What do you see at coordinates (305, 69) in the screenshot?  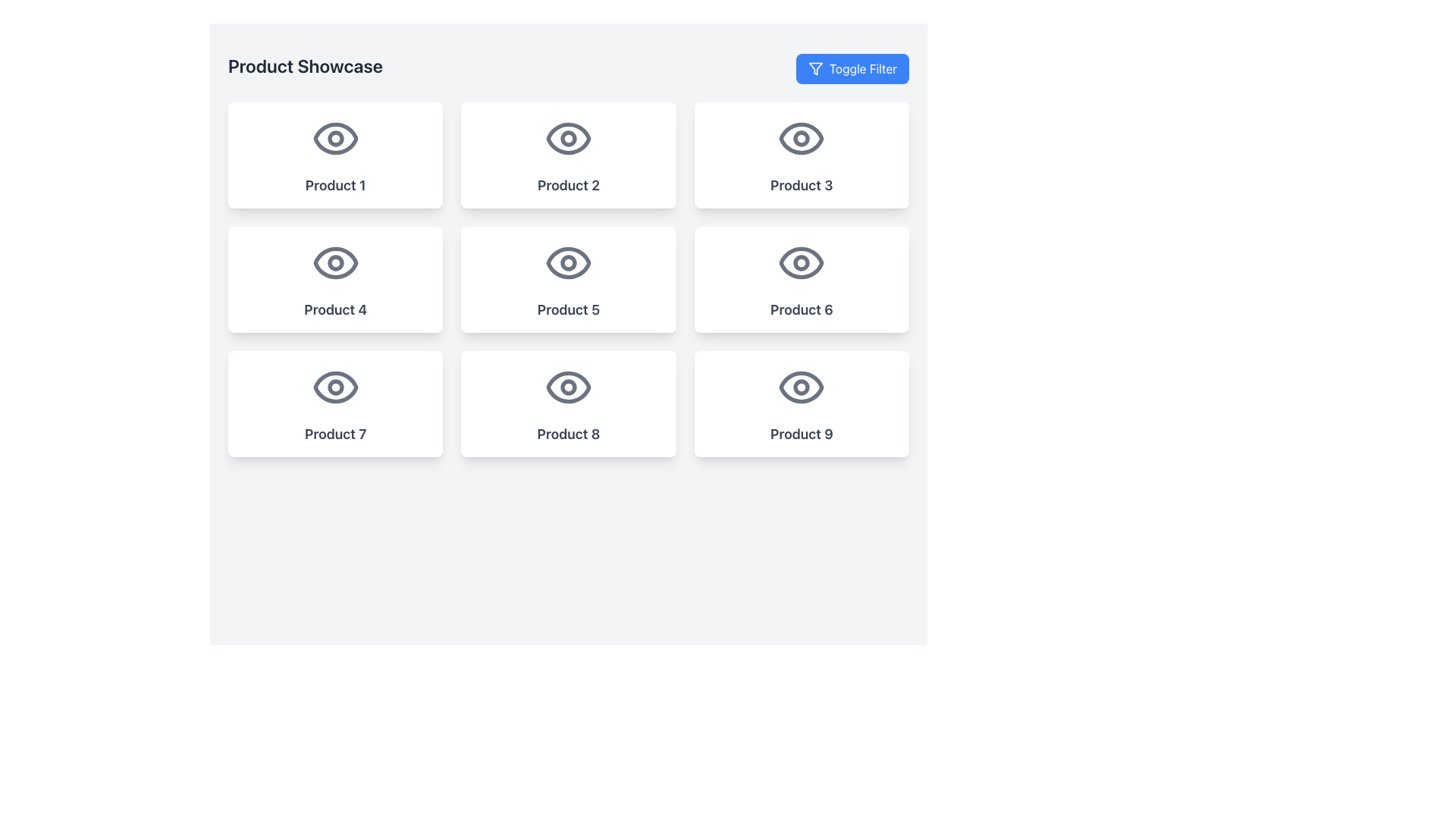 I see `the header text 'Product Showcase', which is styled as 'text-2xl font-semibold' and is dark gray in color, located at the top-left of the section` at bounding box center [305, 69].